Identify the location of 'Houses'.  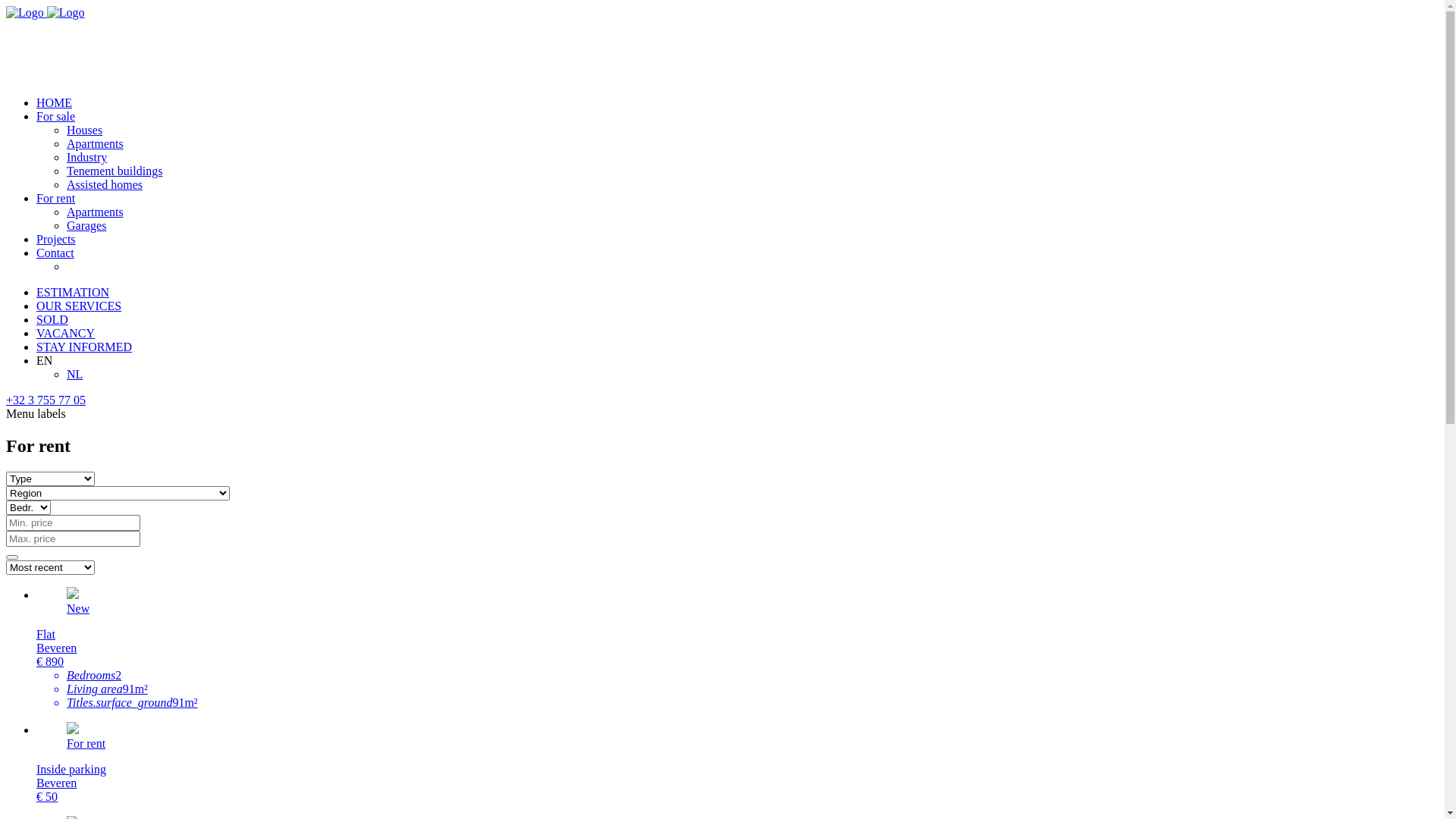
(65, 129).